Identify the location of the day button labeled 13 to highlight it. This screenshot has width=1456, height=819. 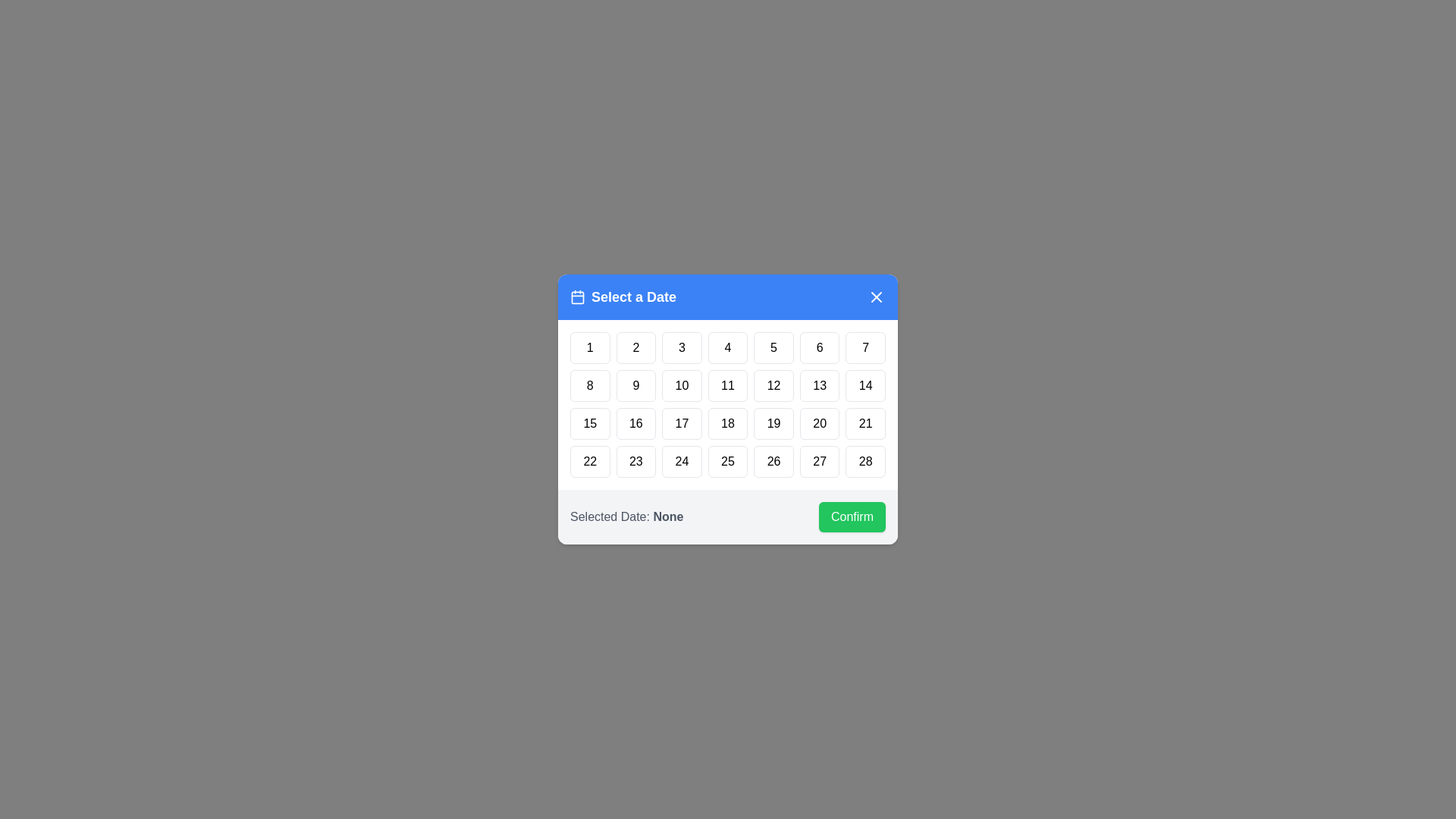
(818, 385).